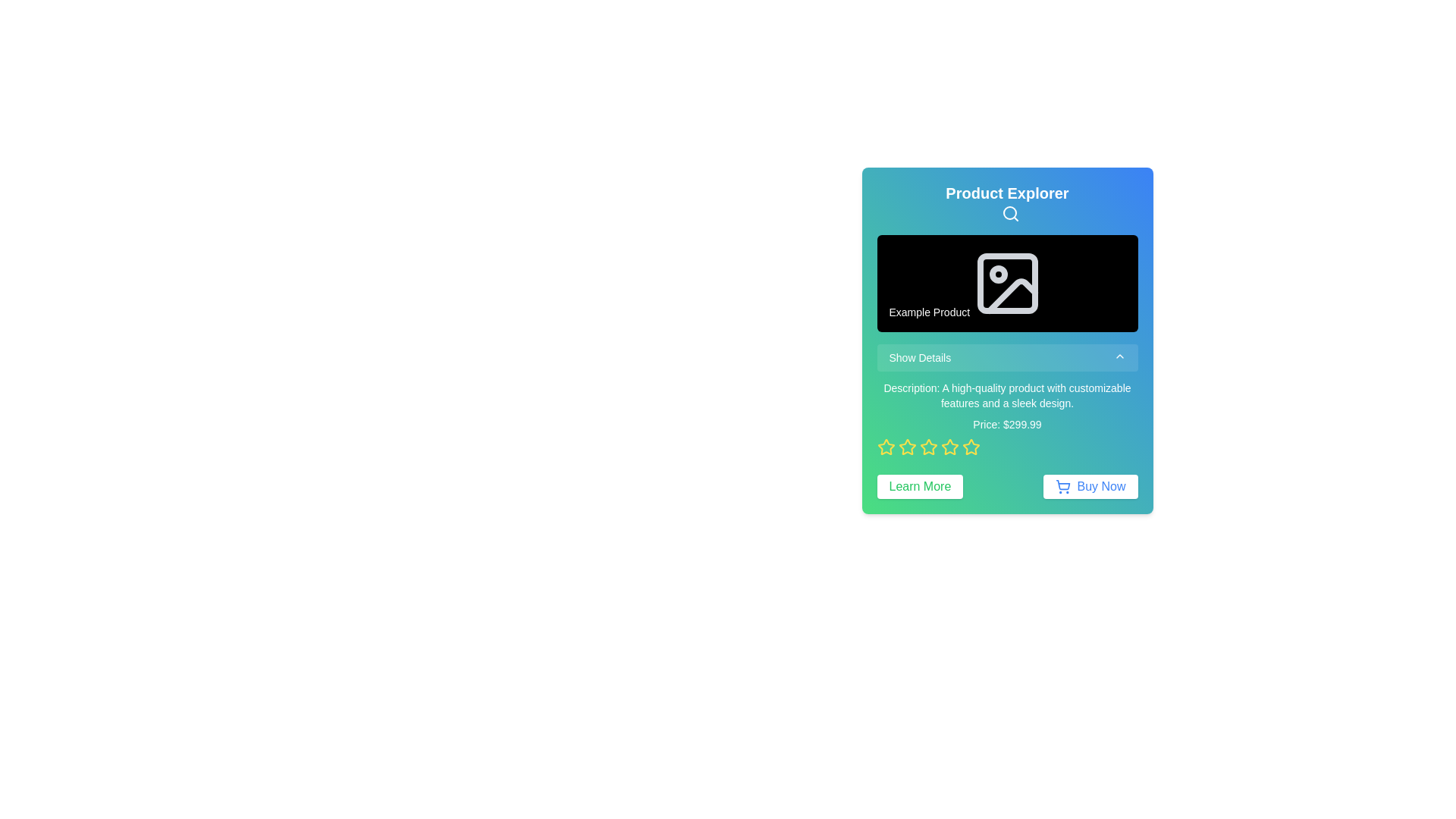  What do you see at coordinates (1007, 394) in the screenshot?
I see `text label that displays 'Description: A high-quality product with customizable features and a sleek design.' located beneath the 'Show Details' button` at bounding box center [1007, 394].